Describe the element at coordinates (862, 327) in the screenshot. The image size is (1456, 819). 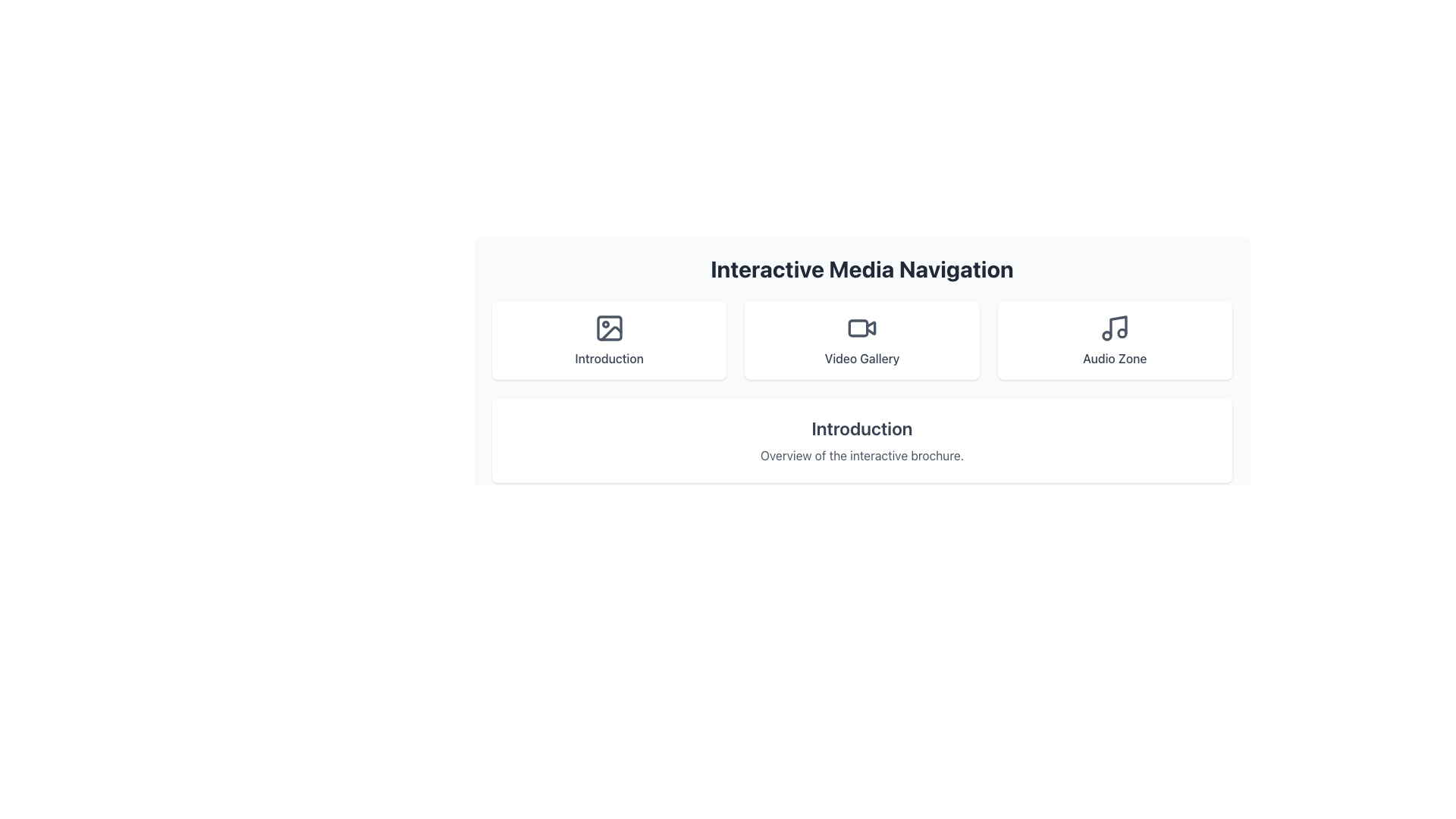
I see `the SVG video camera icon located above the 'Video Gallery' label in the interactive media navigation menu` at that location.